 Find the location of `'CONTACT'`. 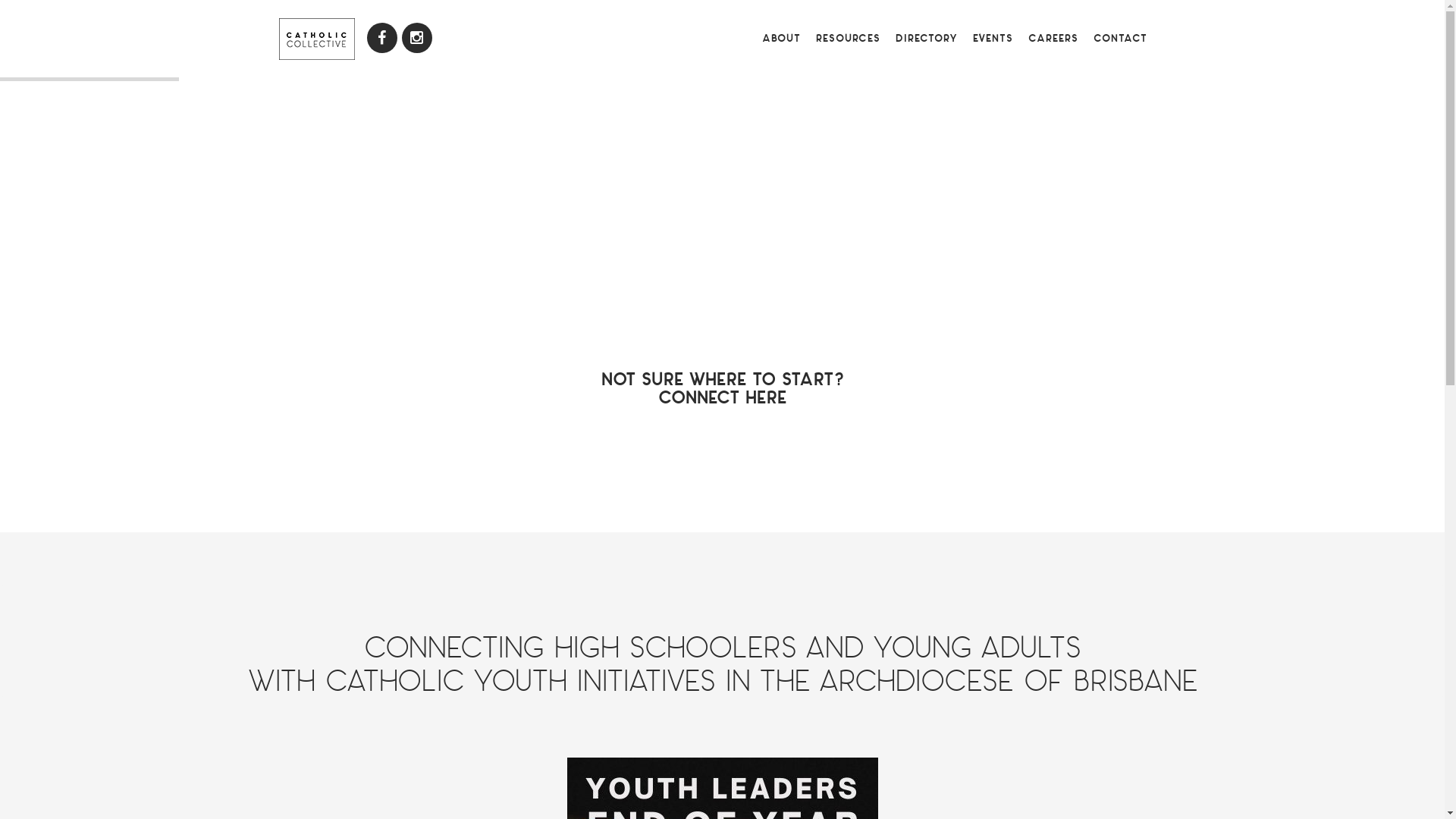

'CONTACT' is located at coordinates (1120, 37).